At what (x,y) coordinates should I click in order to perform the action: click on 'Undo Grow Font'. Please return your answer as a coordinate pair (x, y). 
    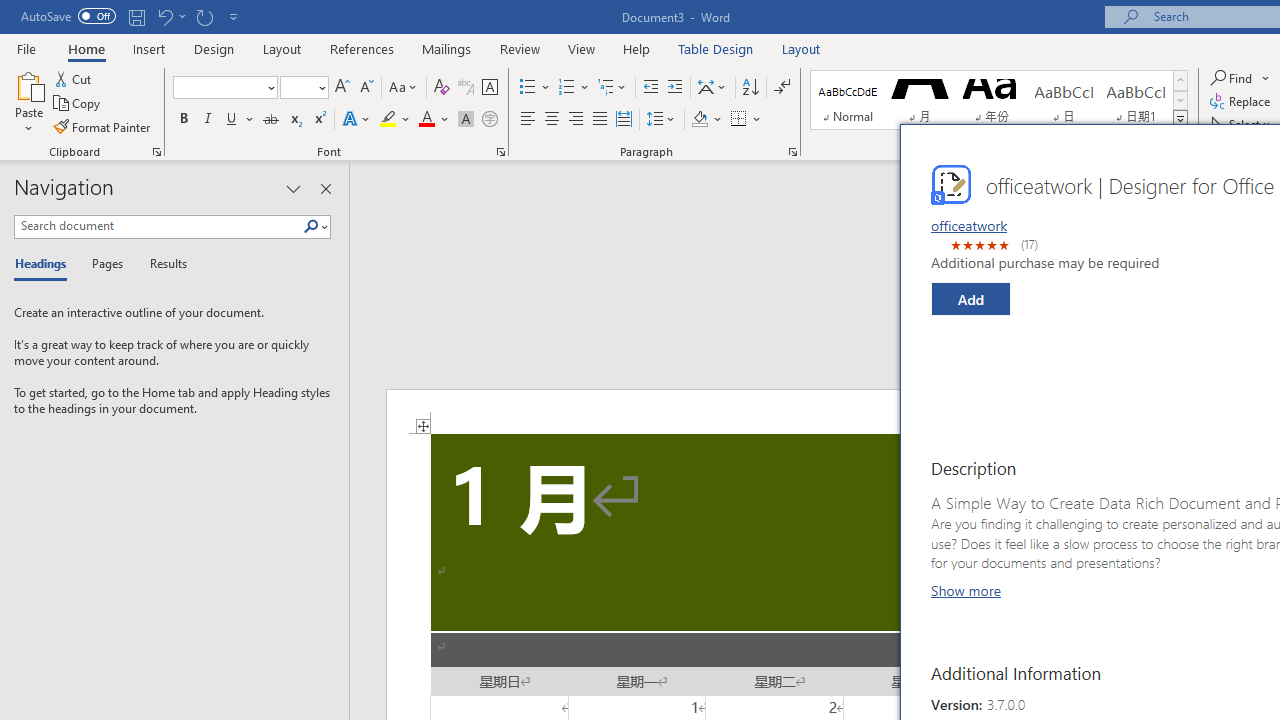
    Looking at the image, I should click on (170, 16).